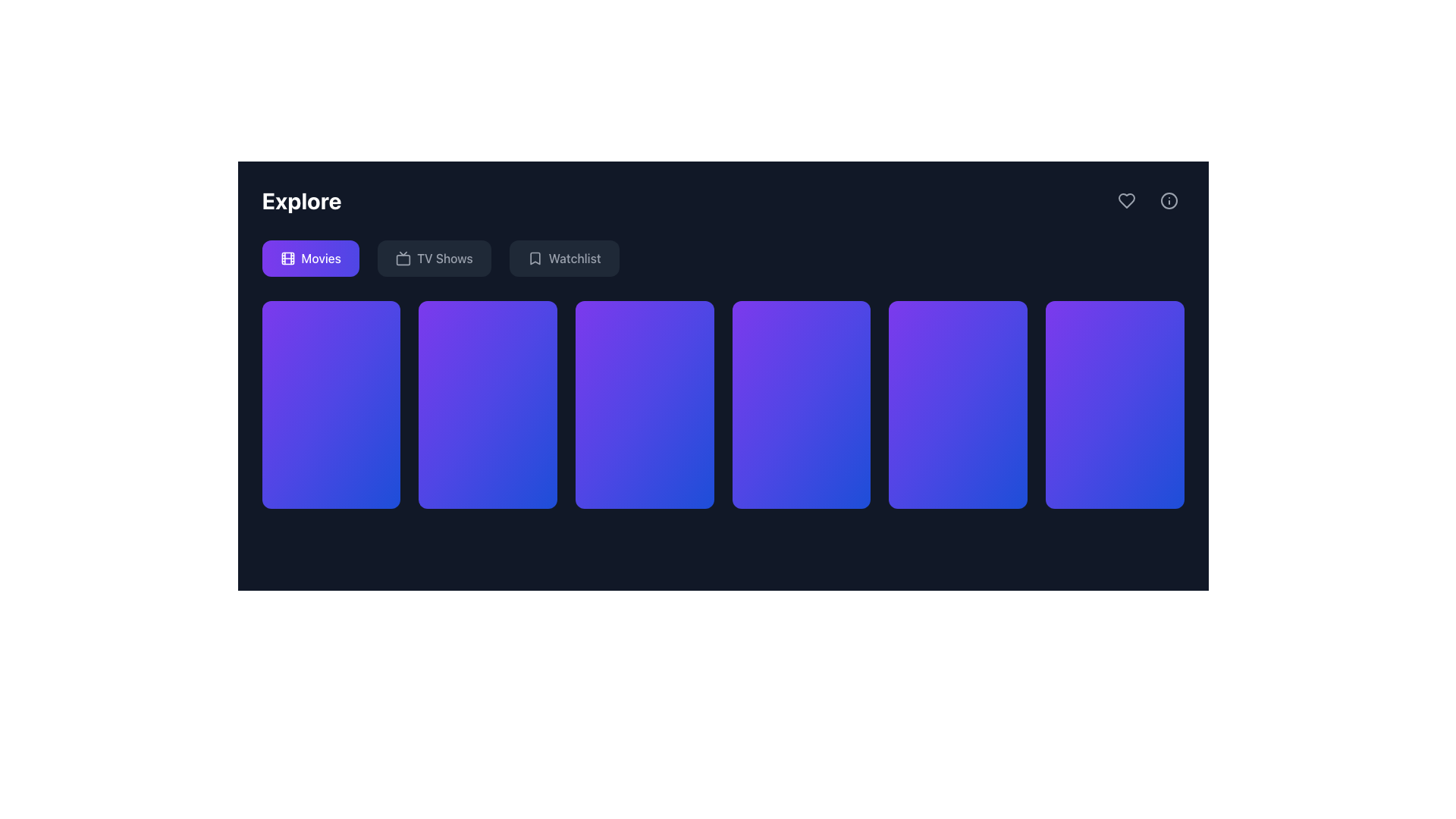  What do you see at coordinates (1126, 200) in the screenshot?
I see `the heart icon located at the top right corner of the interface, which represents a 'like,' 'favorite,' or 'love' function` at bounding box center [1126, 200].